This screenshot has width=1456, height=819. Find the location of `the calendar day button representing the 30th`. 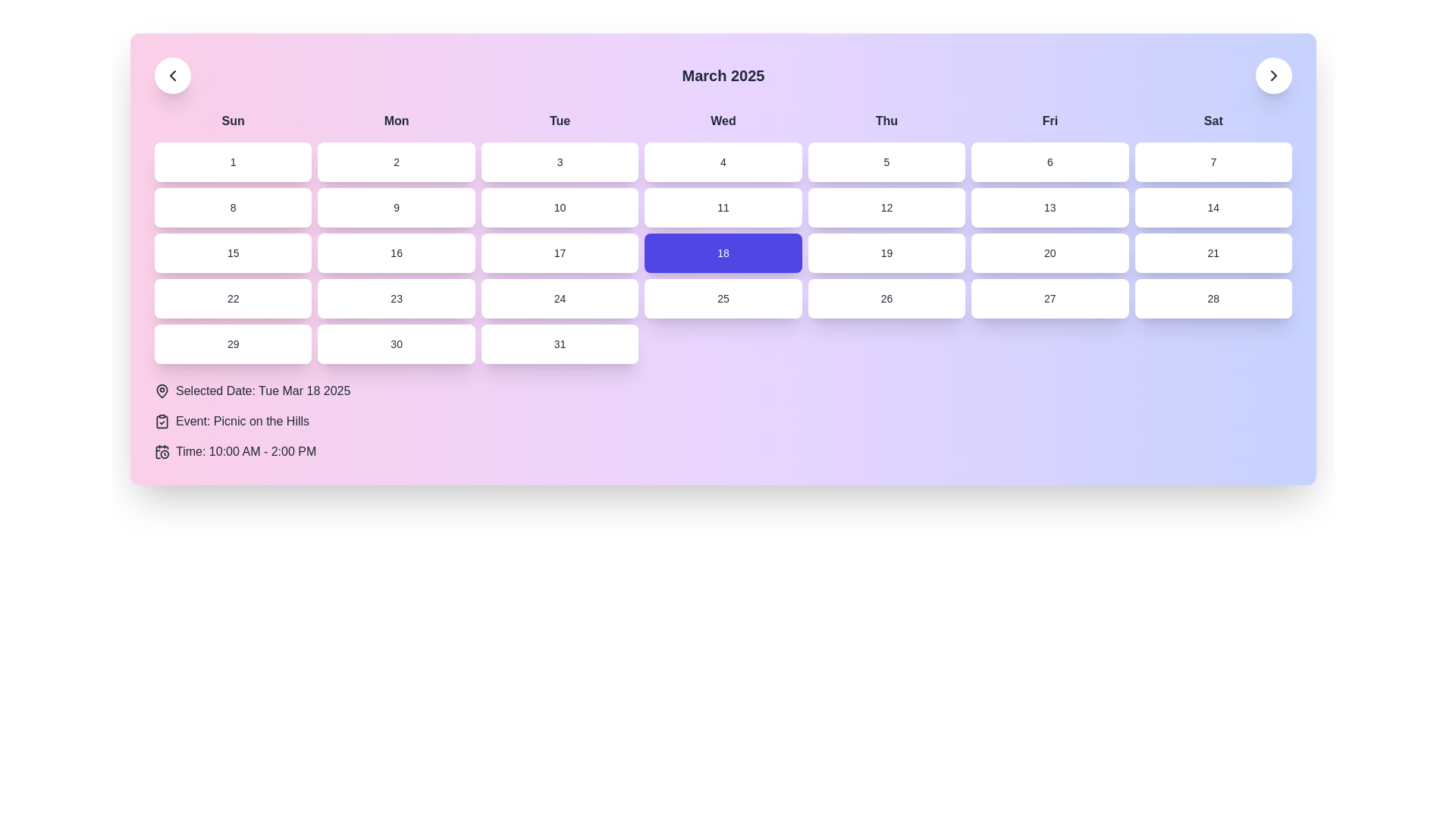

the calendar day button representing the 30th is located at coordinates (397, 344).